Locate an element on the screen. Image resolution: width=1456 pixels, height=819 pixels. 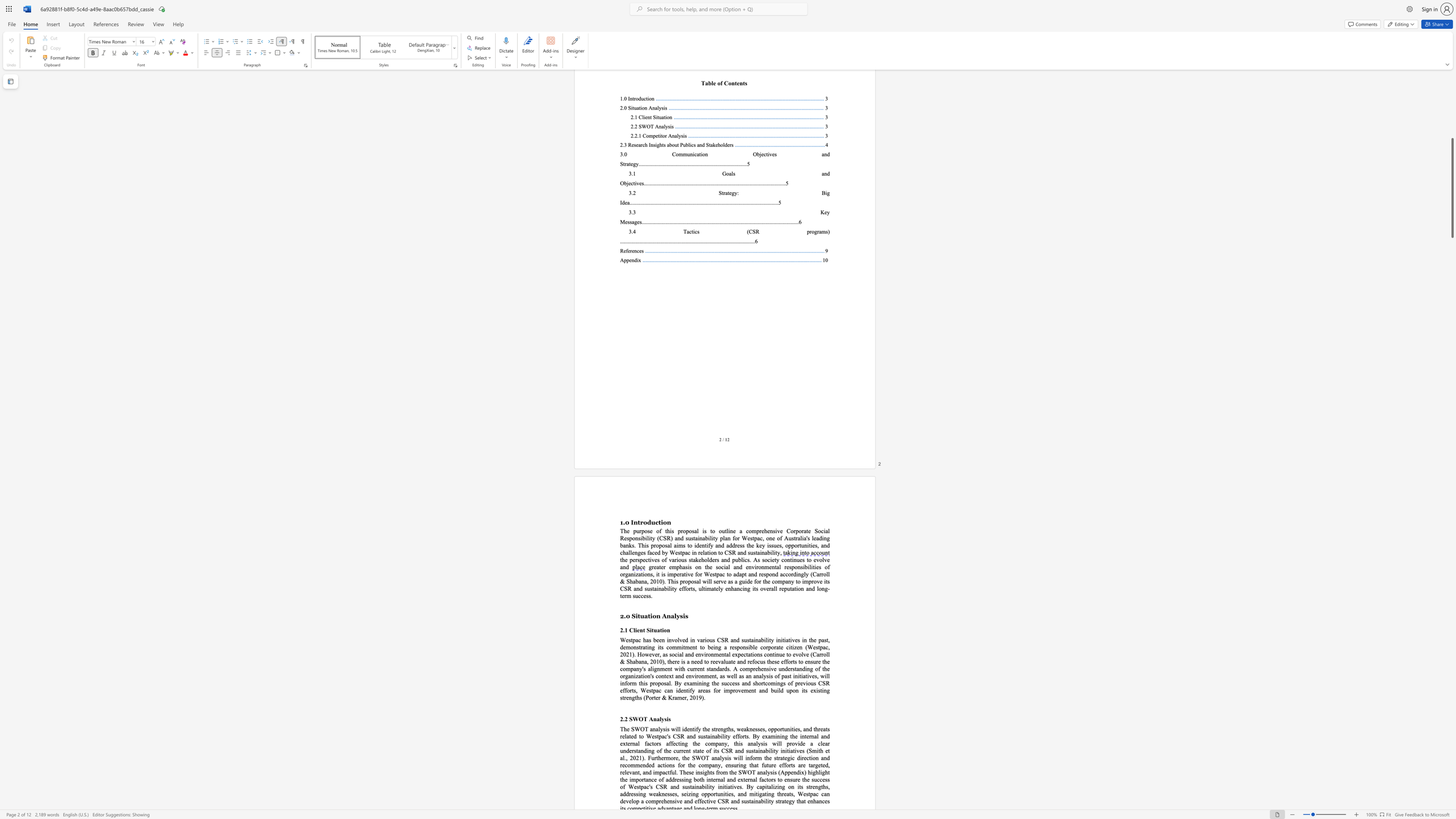
the subset text "ectives of various stakeholders and publics. As society continues to evolv" within the text "the perspectives of various stakeholders and publics. As society continues to evolve and" is located at coordinates (642, 560).